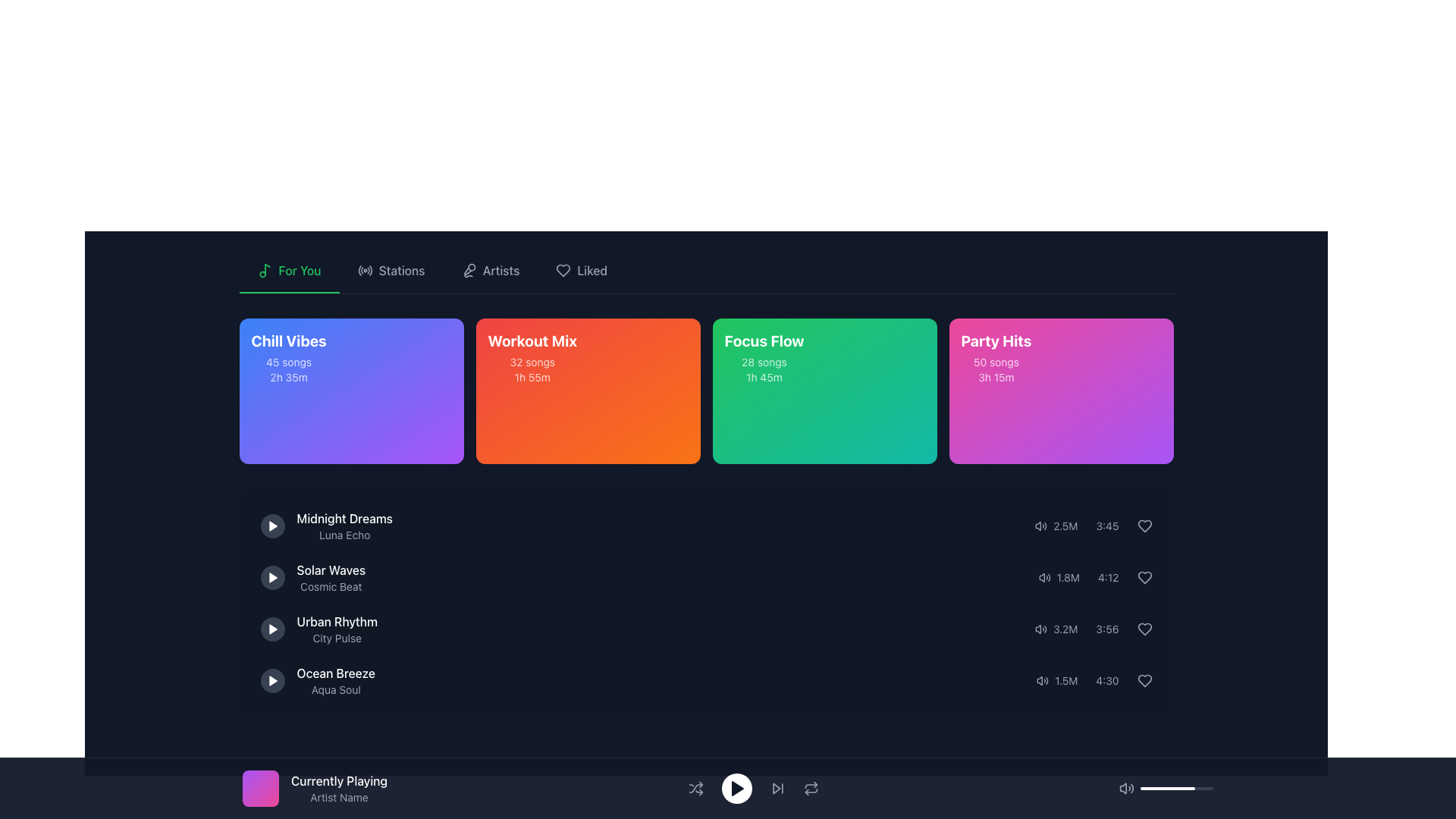 The image size is (1456, 819). Describe the element at coordinates (1067, 578) in the screenshot. I see `the text label displaying '1.8M', which is styled in light gray and positioned to the right of a volume icon, located beneath the 'Party Hits' card` at that location.